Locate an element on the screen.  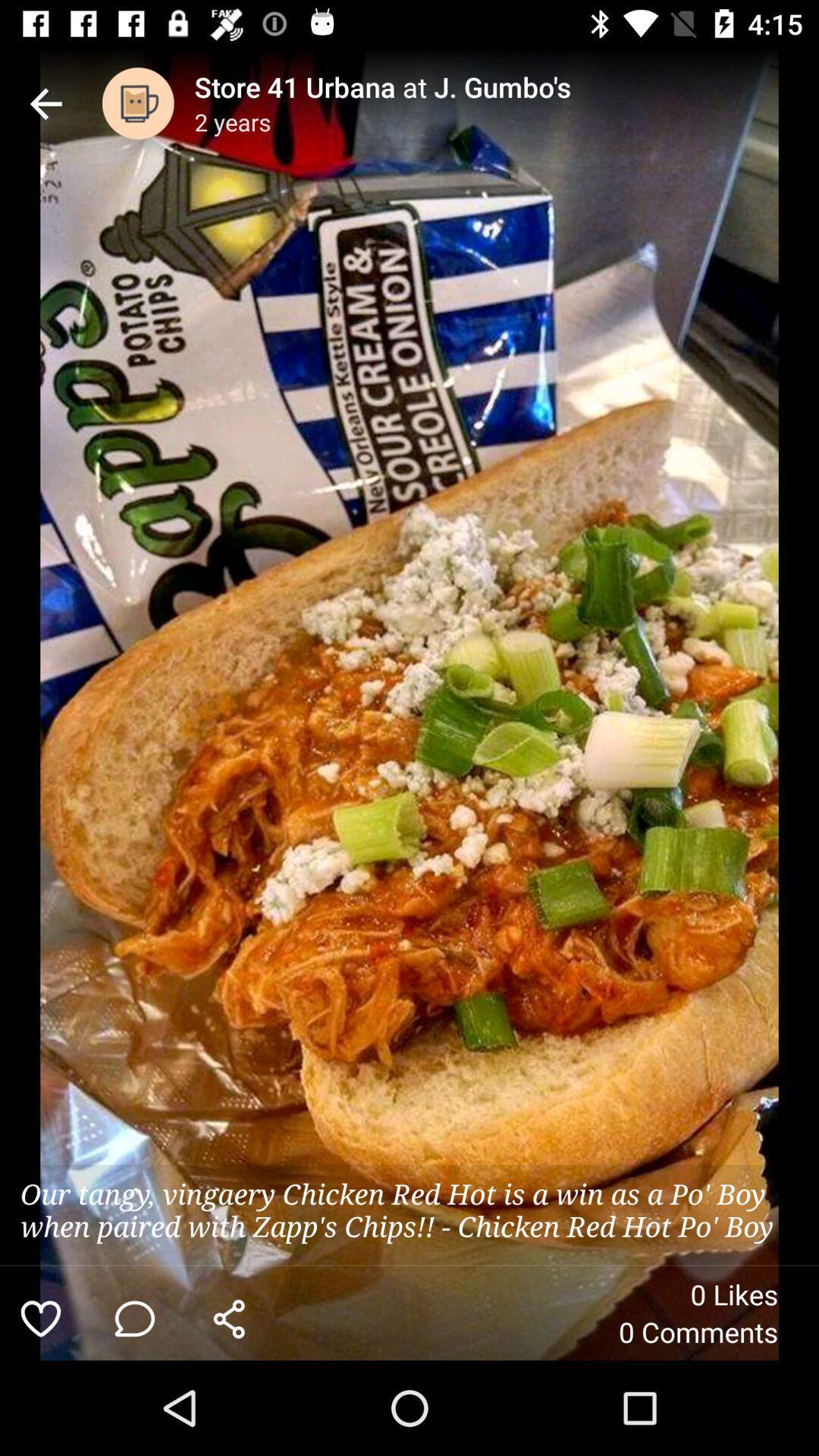
the item at the center is located at coordinates (409, 703).